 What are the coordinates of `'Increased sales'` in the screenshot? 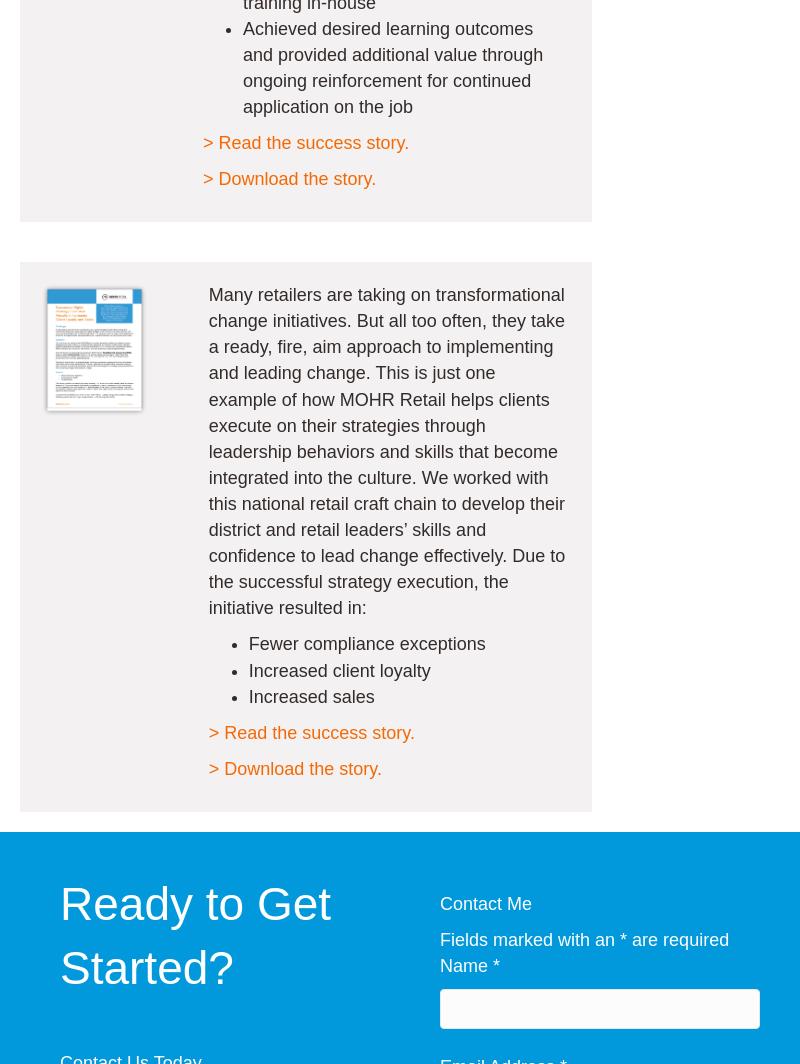 It's located at (310, 695).